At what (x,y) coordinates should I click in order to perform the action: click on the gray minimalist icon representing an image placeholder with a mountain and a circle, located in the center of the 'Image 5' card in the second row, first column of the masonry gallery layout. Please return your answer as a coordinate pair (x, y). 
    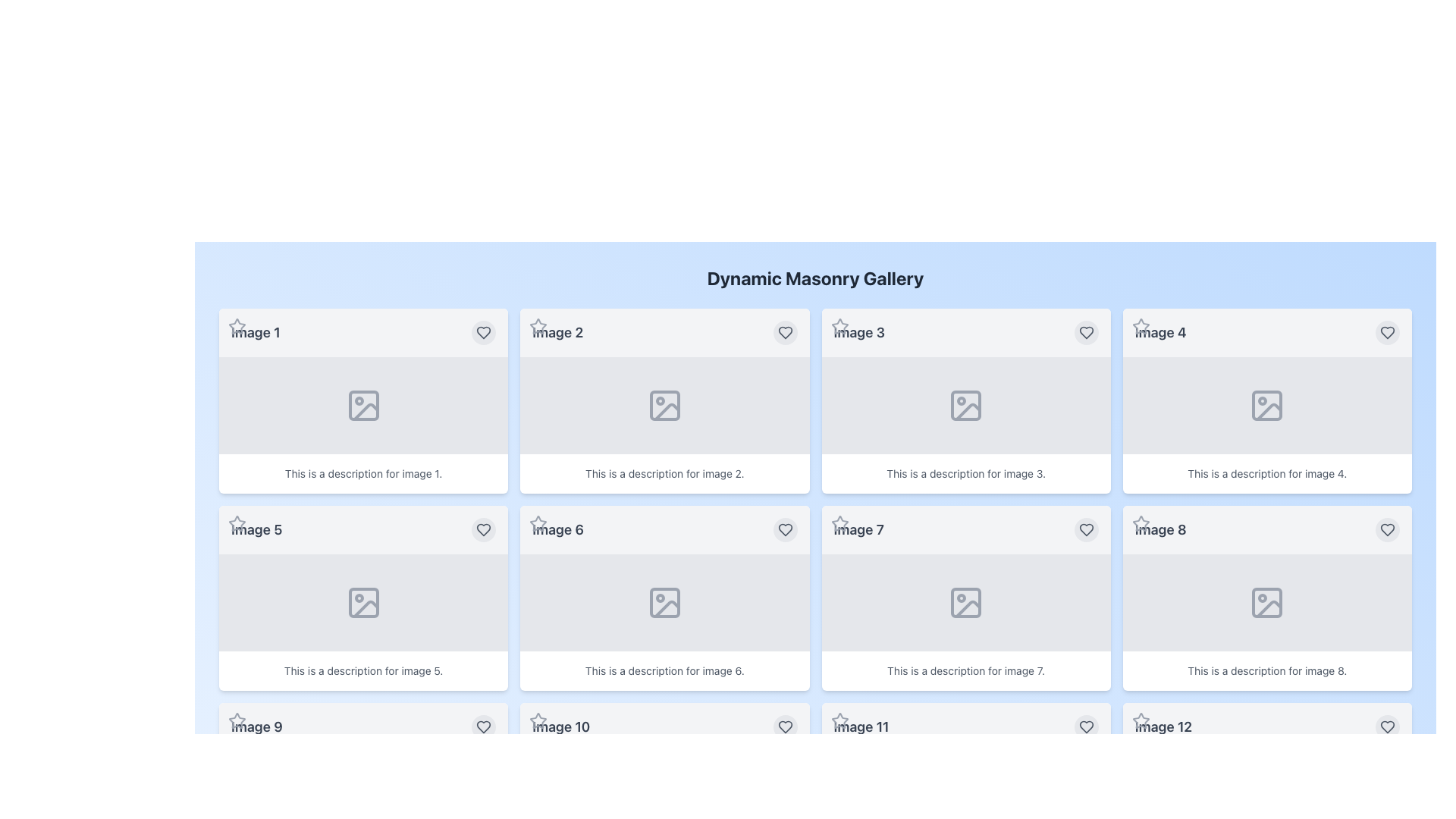
    Looking at the image, I should click on (362, 601).